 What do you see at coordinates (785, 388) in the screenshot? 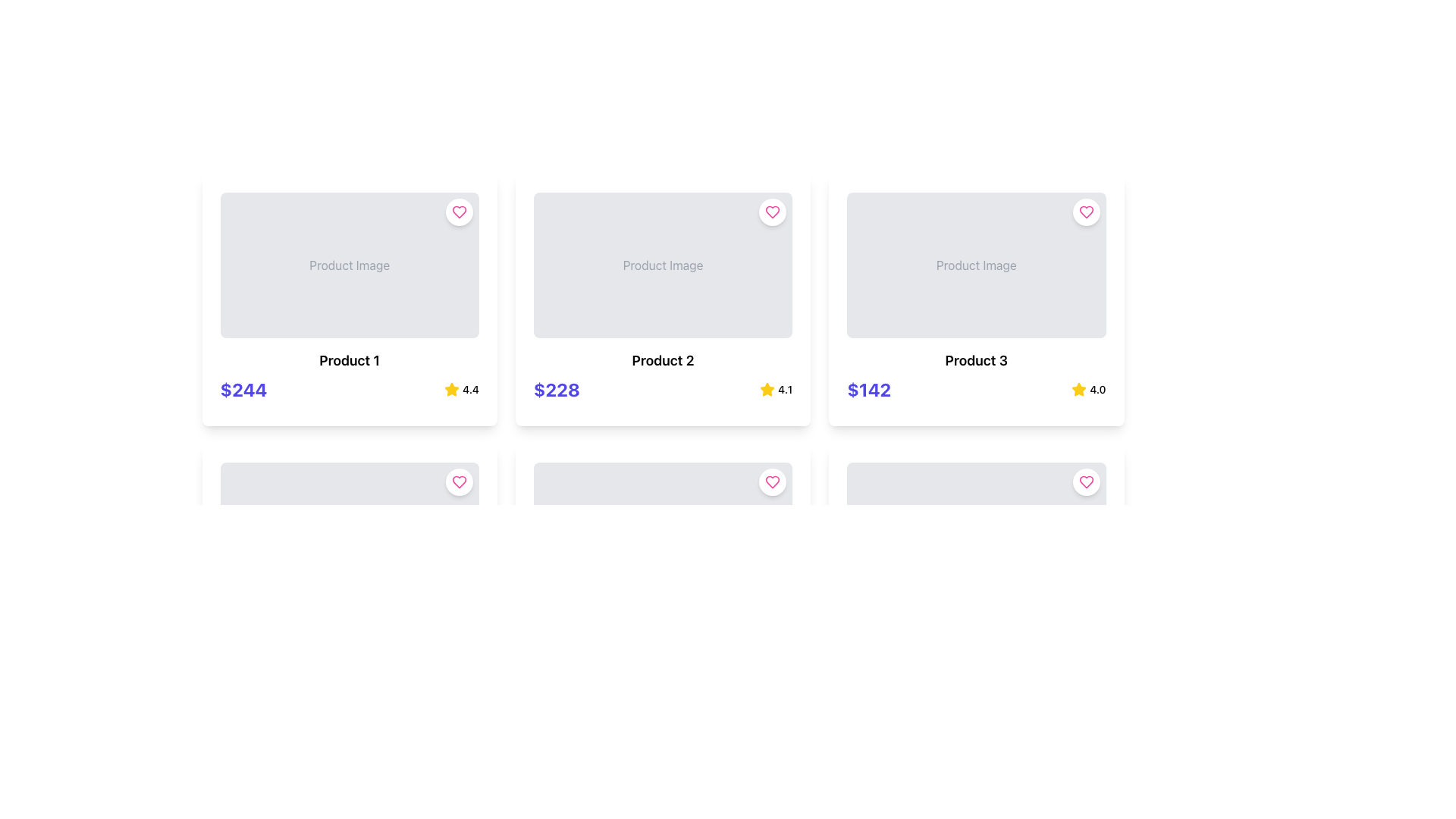
I see `the text label that displays the numerical rating value for 'Product 2' in the bottom-right corner of the card, positioned to the right of the yellow star icon` at bounding box center [785, 388].